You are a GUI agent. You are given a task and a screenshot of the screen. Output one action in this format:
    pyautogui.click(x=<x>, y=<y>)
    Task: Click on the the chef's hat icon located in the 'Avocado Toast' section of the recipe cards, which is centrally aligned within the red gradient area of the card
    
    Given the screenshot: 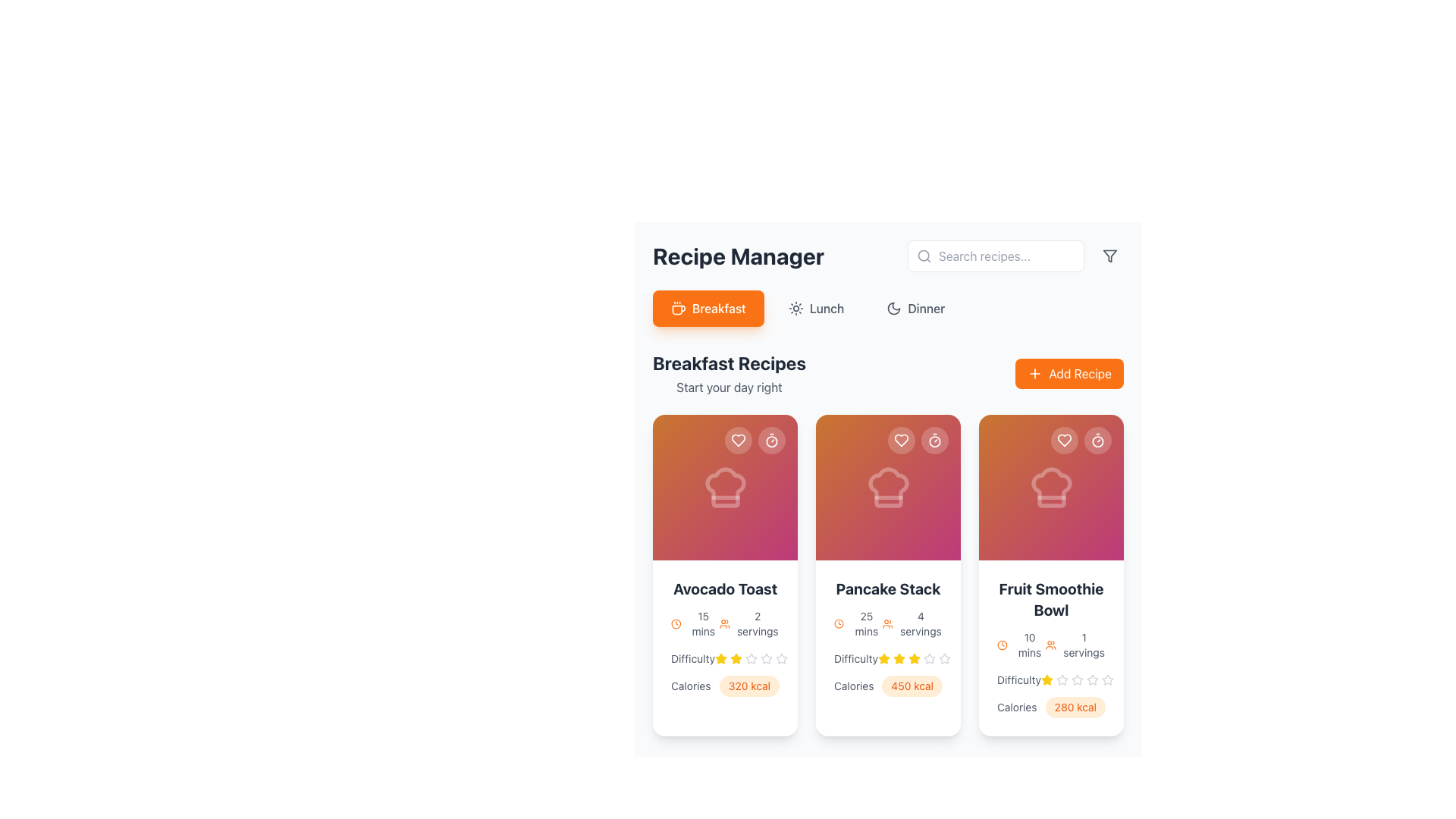 What is the action you would take?
    pyautogui.click(x=724, y=488)
    